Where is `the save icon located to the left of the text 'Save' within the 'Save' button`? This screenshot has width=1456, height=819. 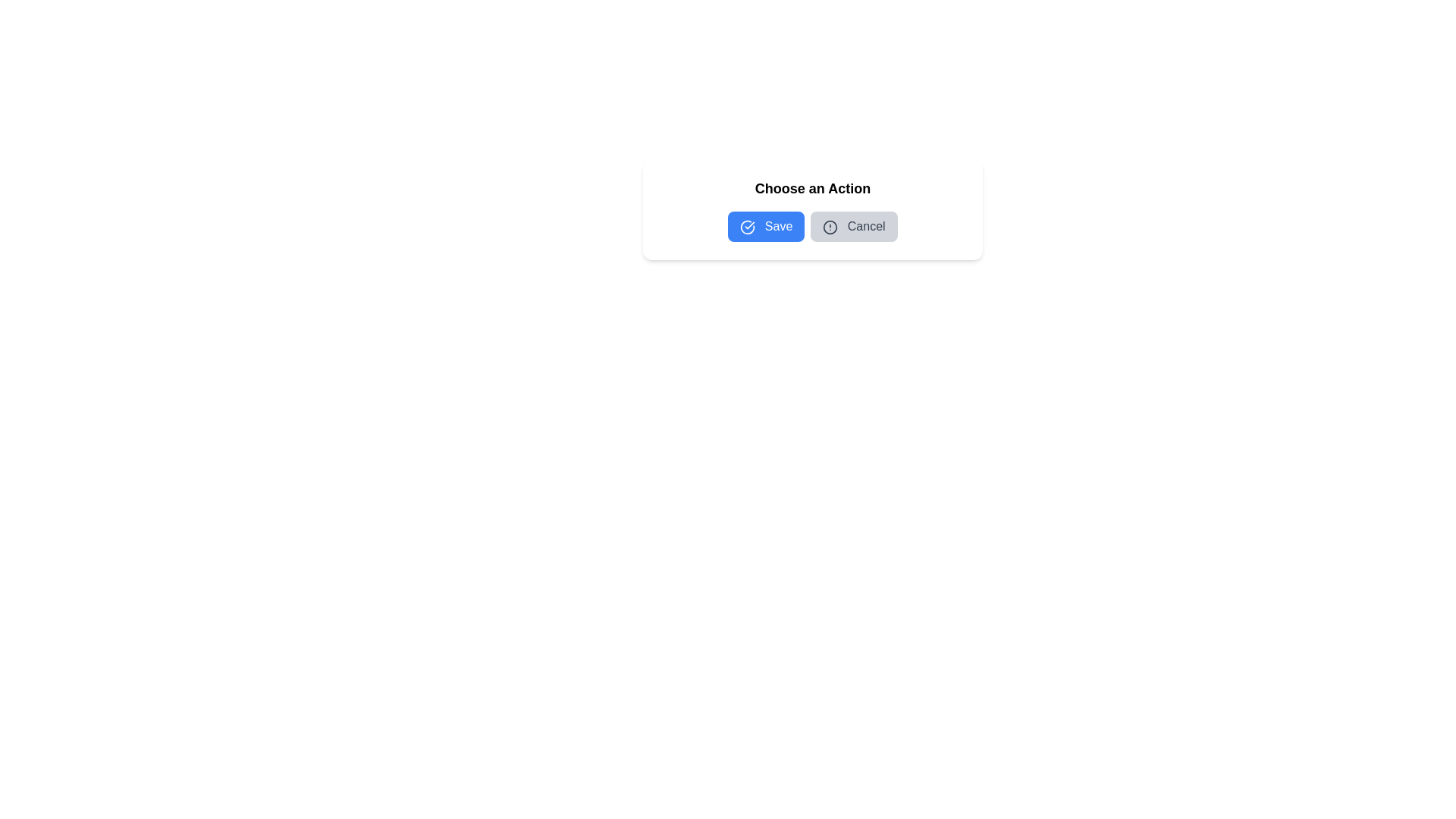 the save icon located to the left of the text 'Save' within the 'Save' button is located at coordinates (748, 227).